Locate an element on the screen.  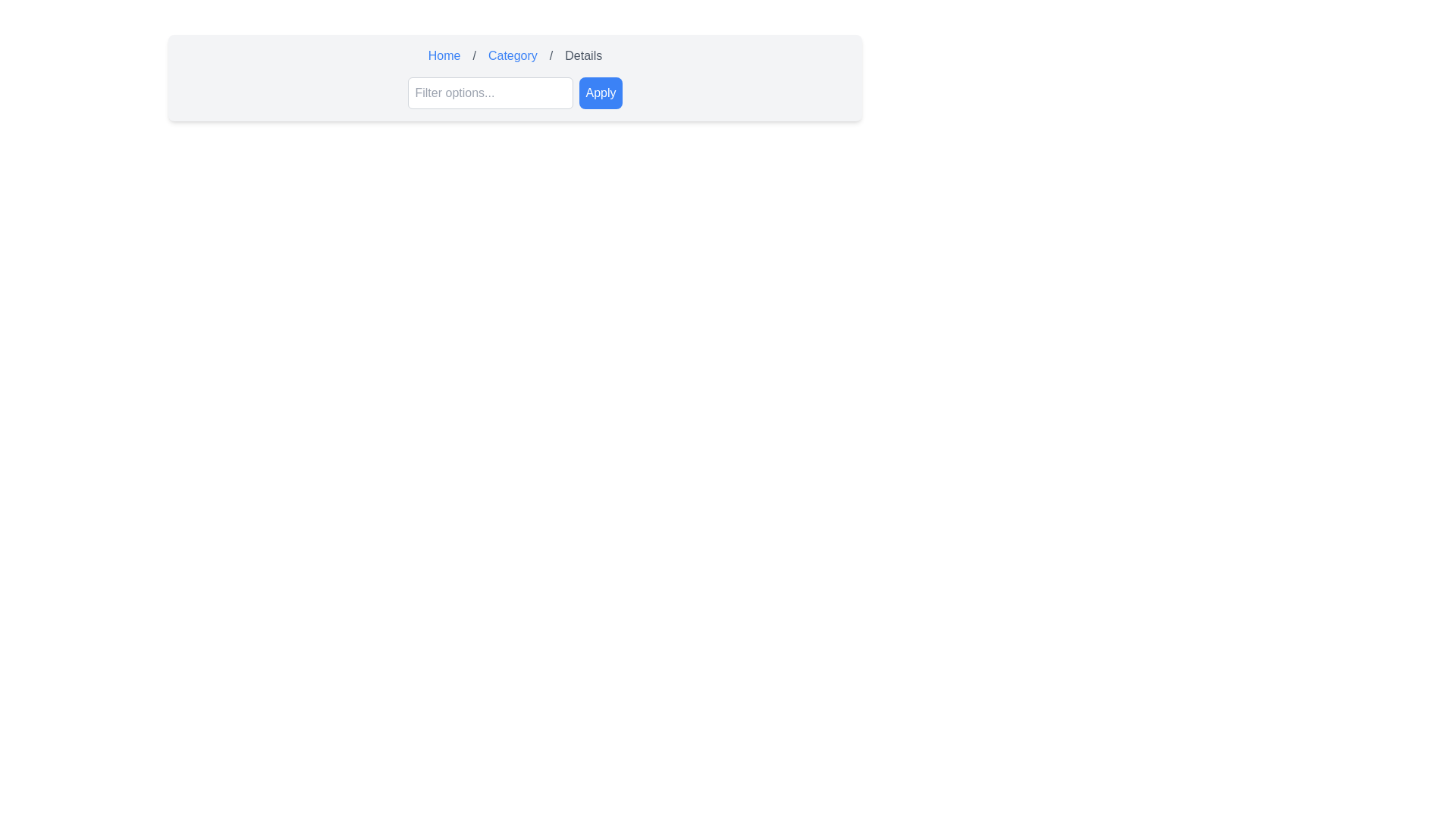
the 'Category' hyperlink in the breadcrumb navigation is located at coordinates (513, 55).